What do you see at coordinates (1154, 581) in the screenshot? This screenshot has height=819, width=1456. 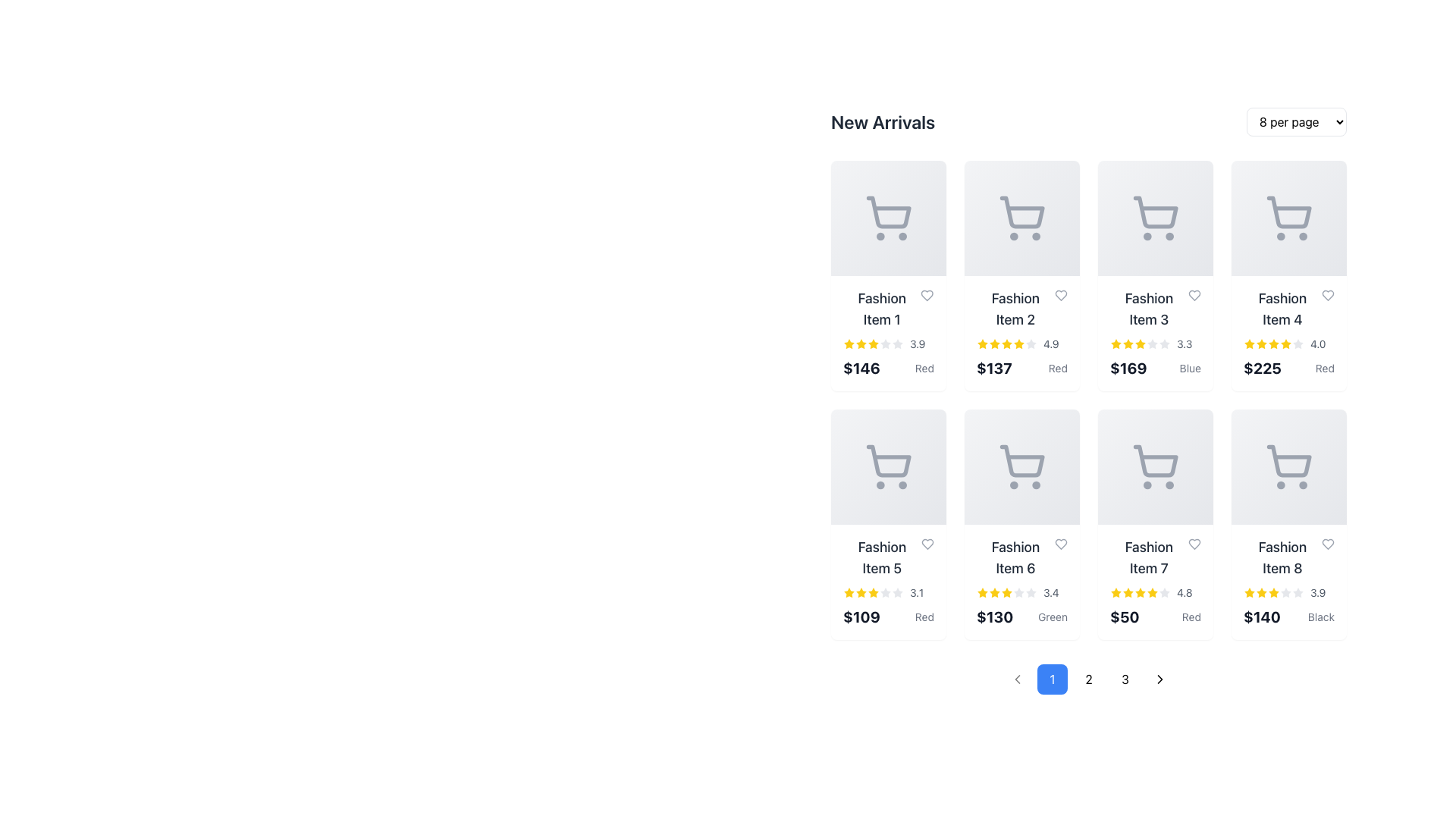 I see `product details of the sixth product listing card located in the second row of the grid layout, positioned under 'Fashion Item 6' and to the left of 'Fashion Item 8'` at bounding box center [1154, 581].